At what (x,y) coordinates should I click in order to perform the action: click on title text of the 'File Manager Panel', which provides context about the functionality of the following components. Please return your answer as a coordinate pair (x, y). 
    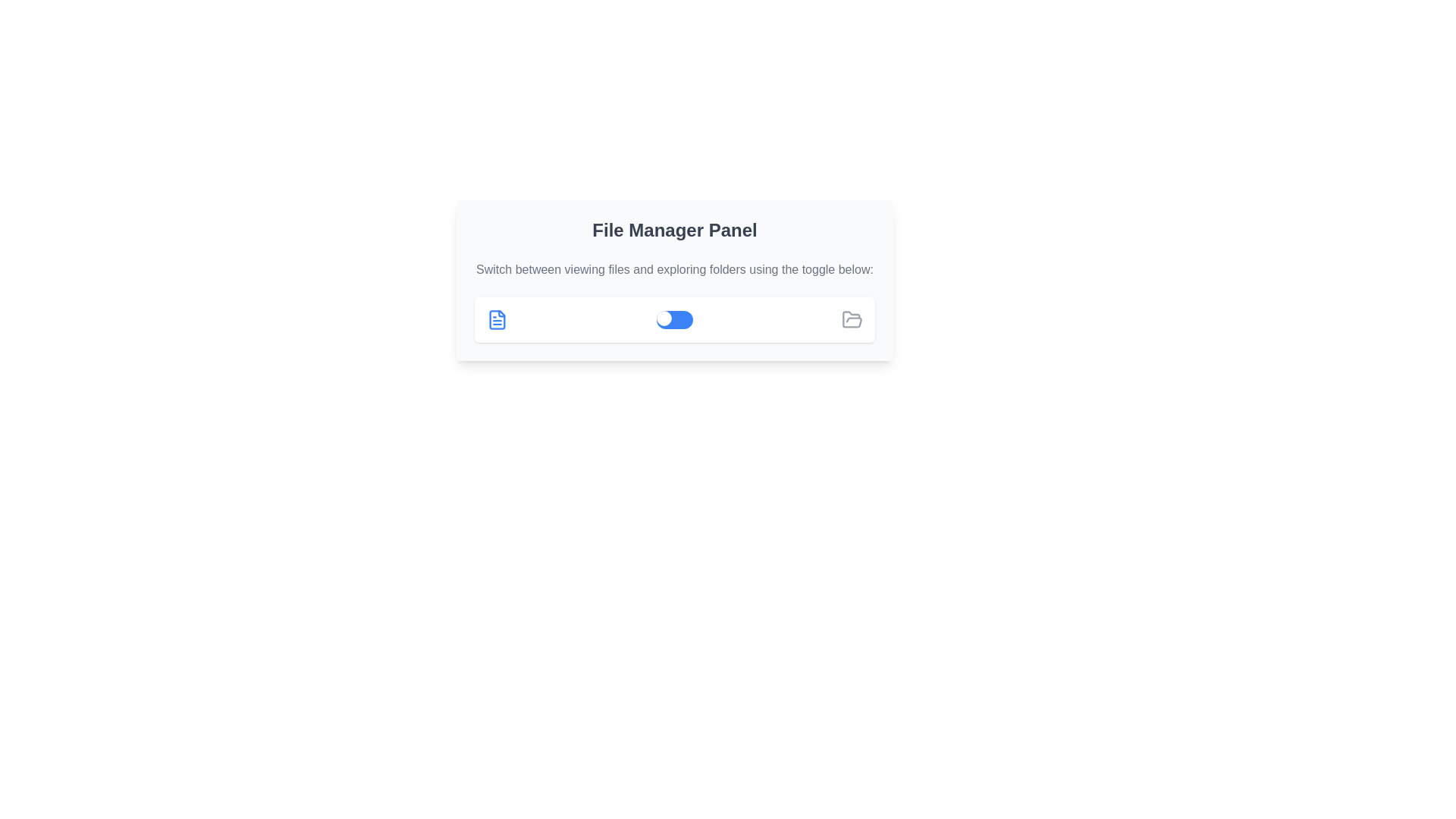
    Looking at the image, I should click on (673, 231).